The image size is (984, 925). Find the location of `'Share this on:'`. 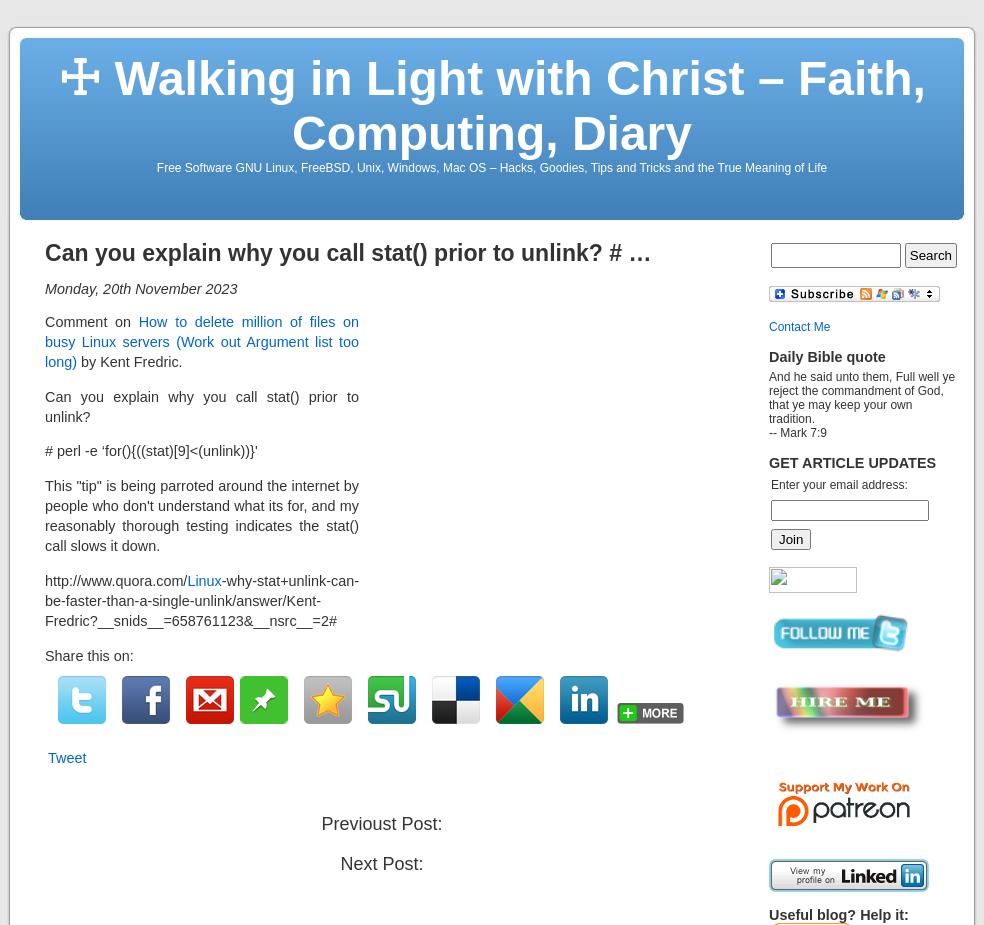

'Share this on:' is located at coordinates (43, 654).